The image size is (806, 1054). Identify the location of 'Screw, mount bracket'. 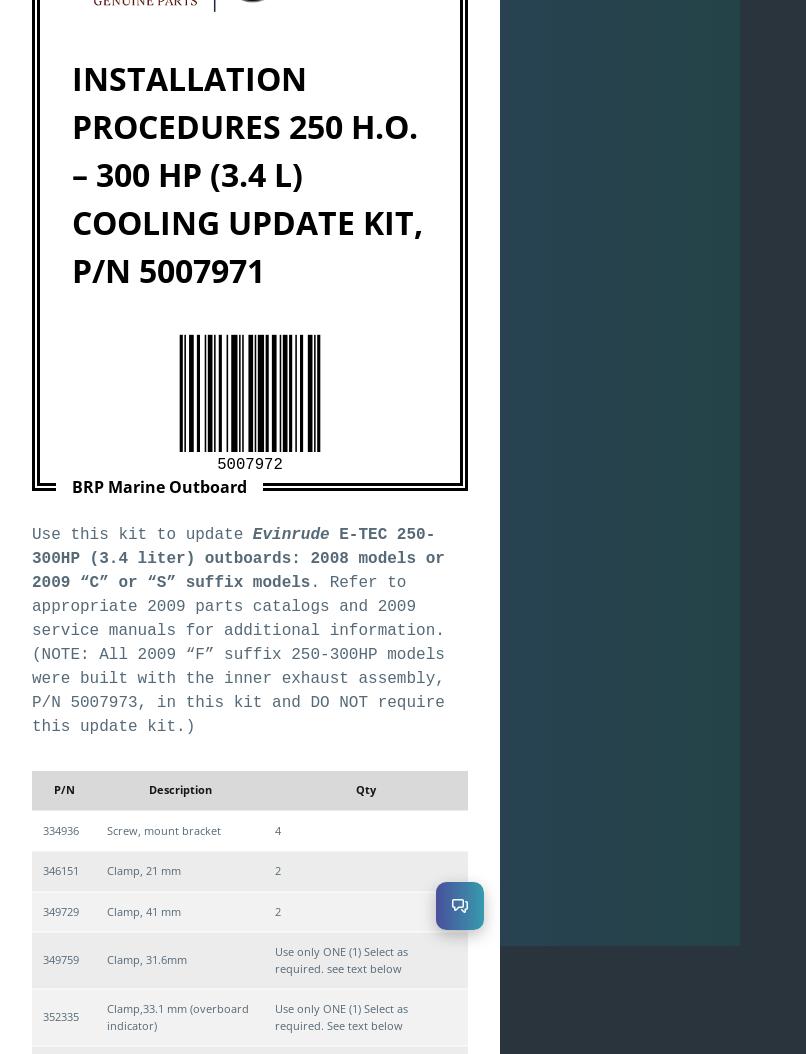
(164, 828).